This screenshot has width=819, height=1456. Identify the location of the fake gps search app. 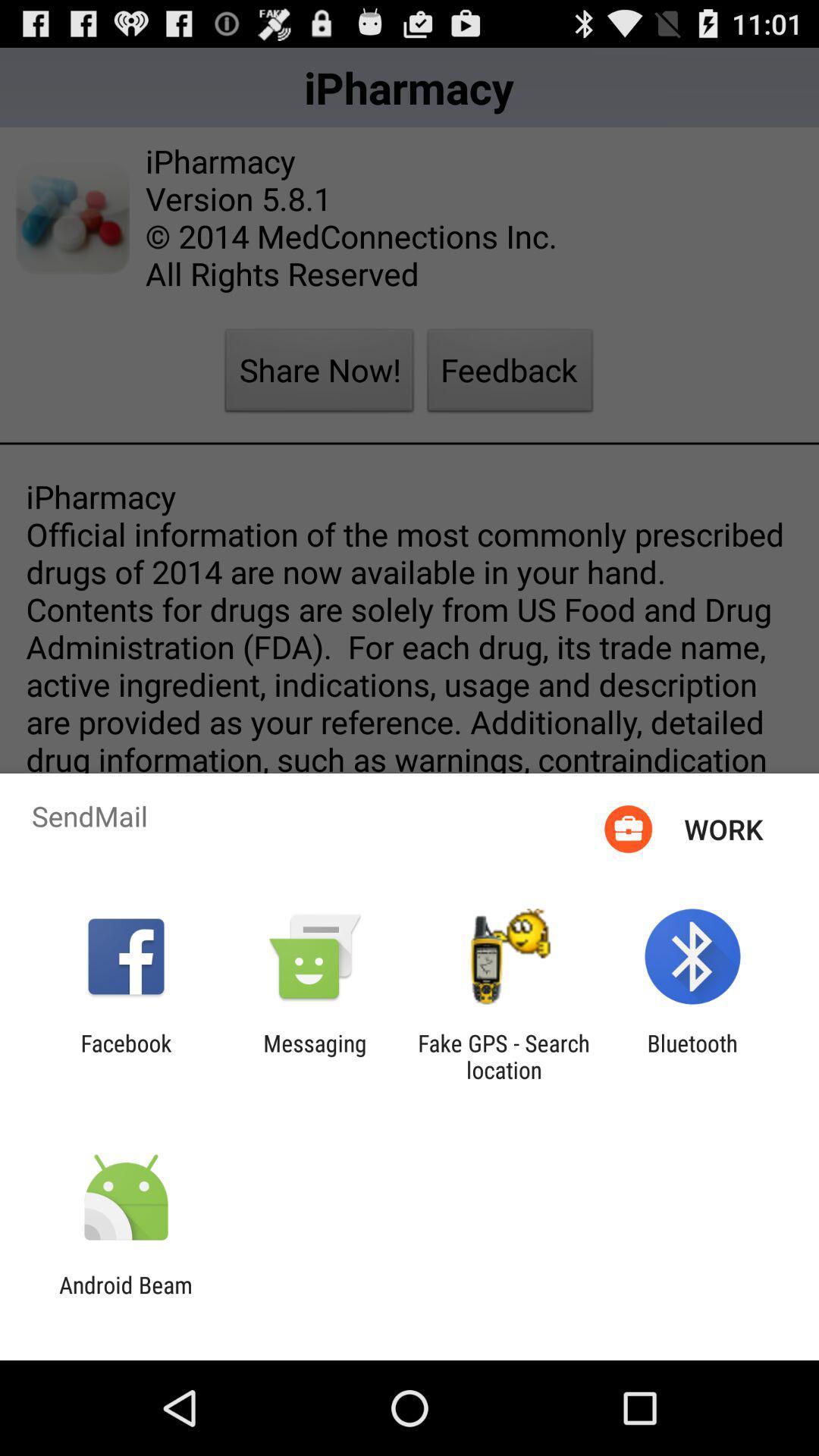
(504, 1056).